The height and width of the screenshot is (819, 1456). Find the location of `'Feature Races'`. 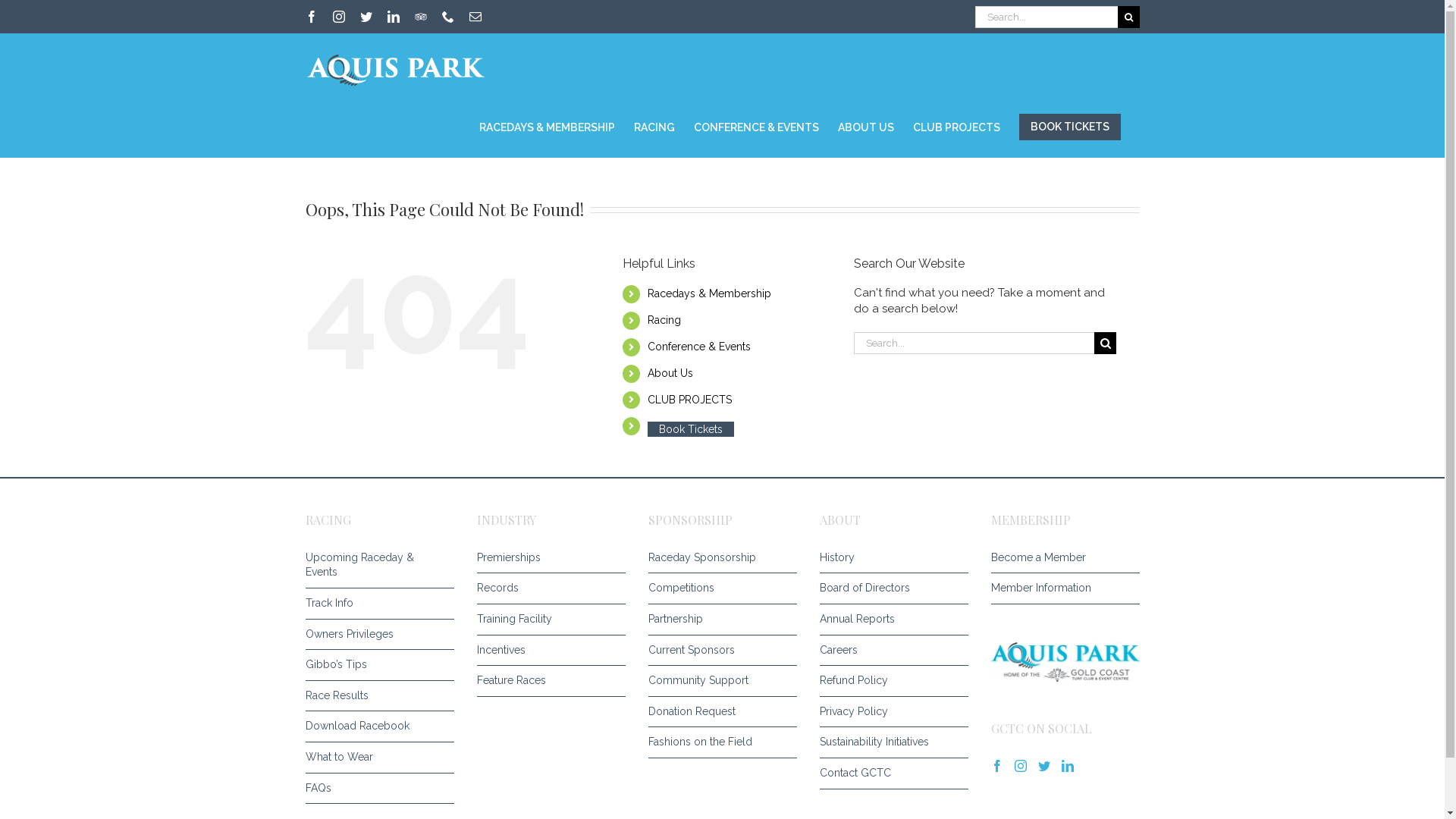

'Feature Races' is located at coordinates (546, 680).